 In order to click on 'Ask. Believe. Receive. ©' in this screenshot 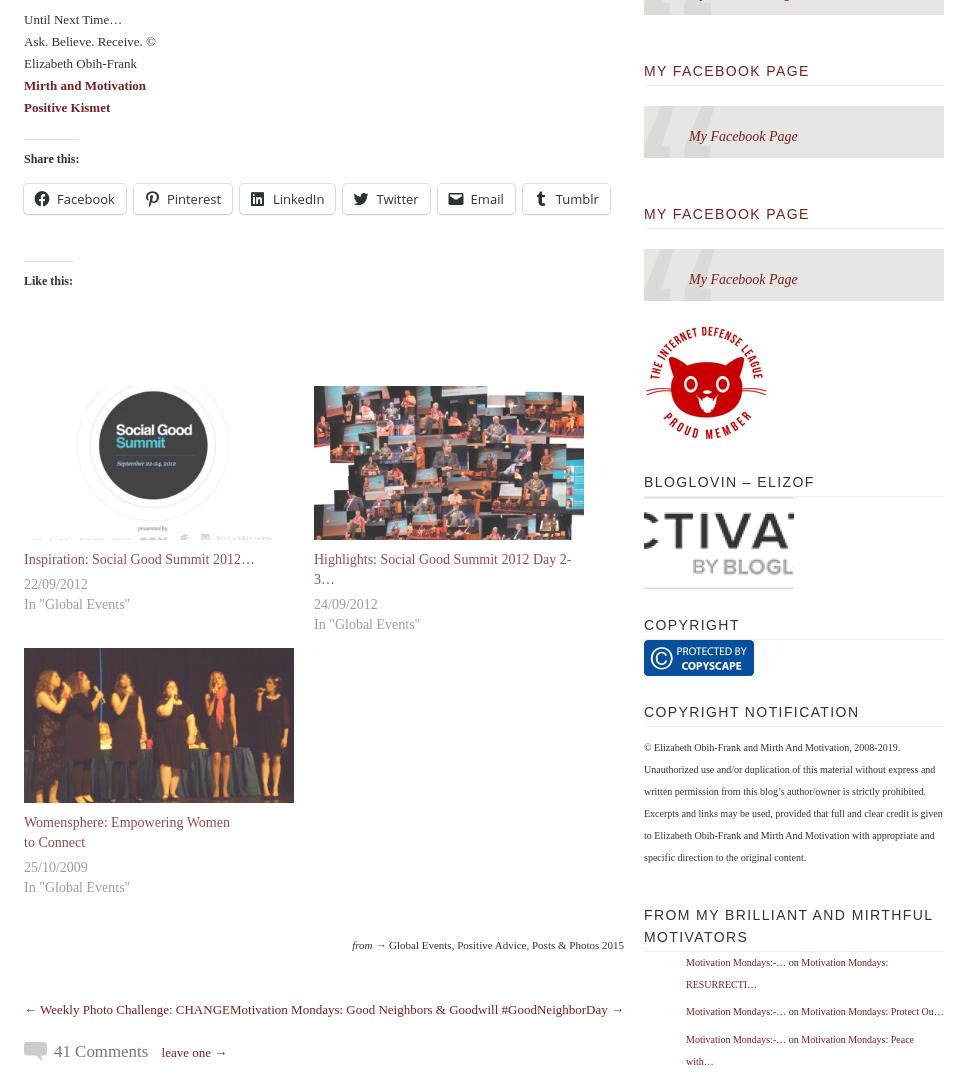, I will do `click(89, 40)`.